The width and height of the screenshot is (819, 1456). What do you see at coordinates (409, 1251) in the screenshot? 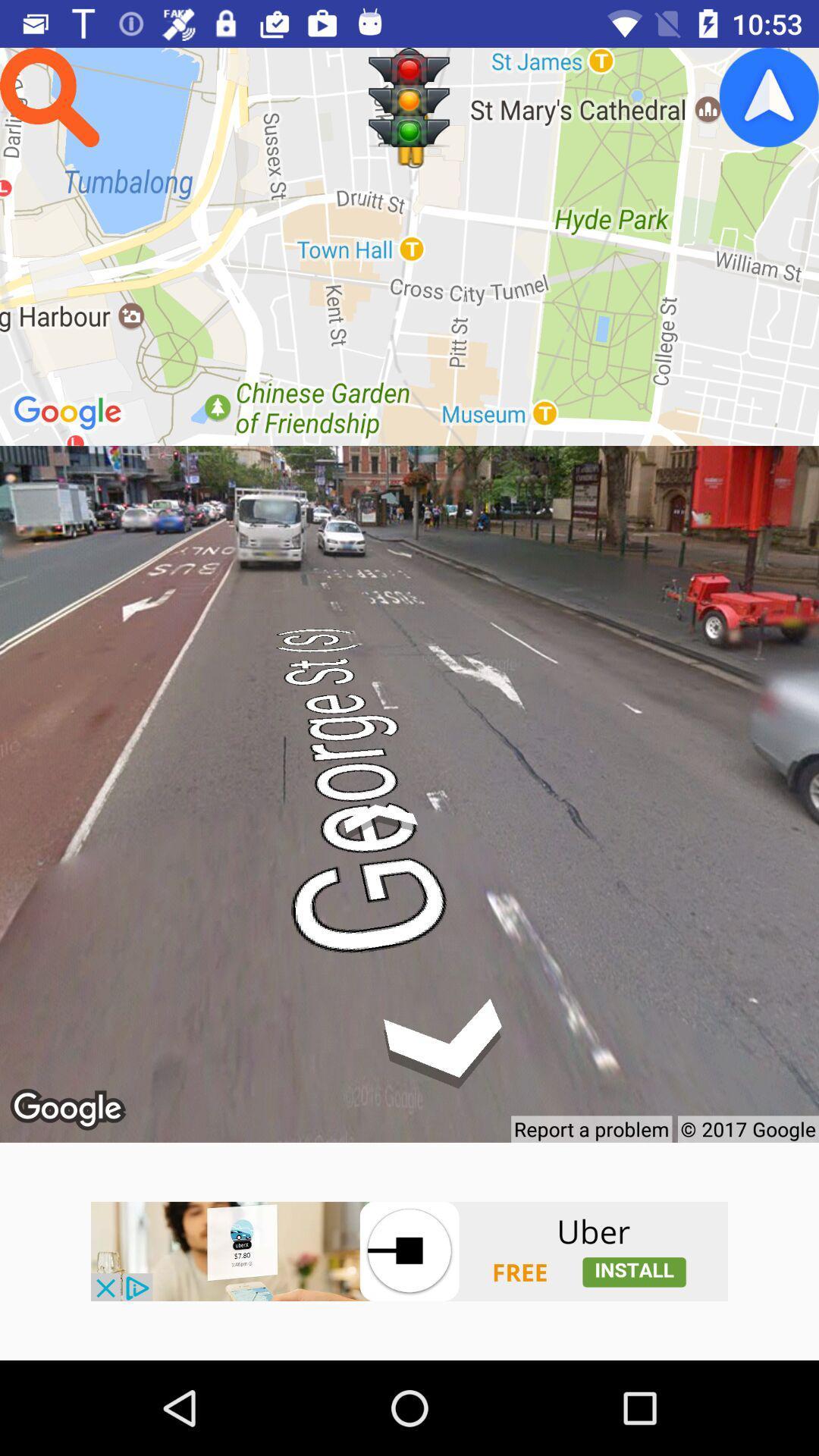
I see `uber app installation` at bounding box center [409, 1251].